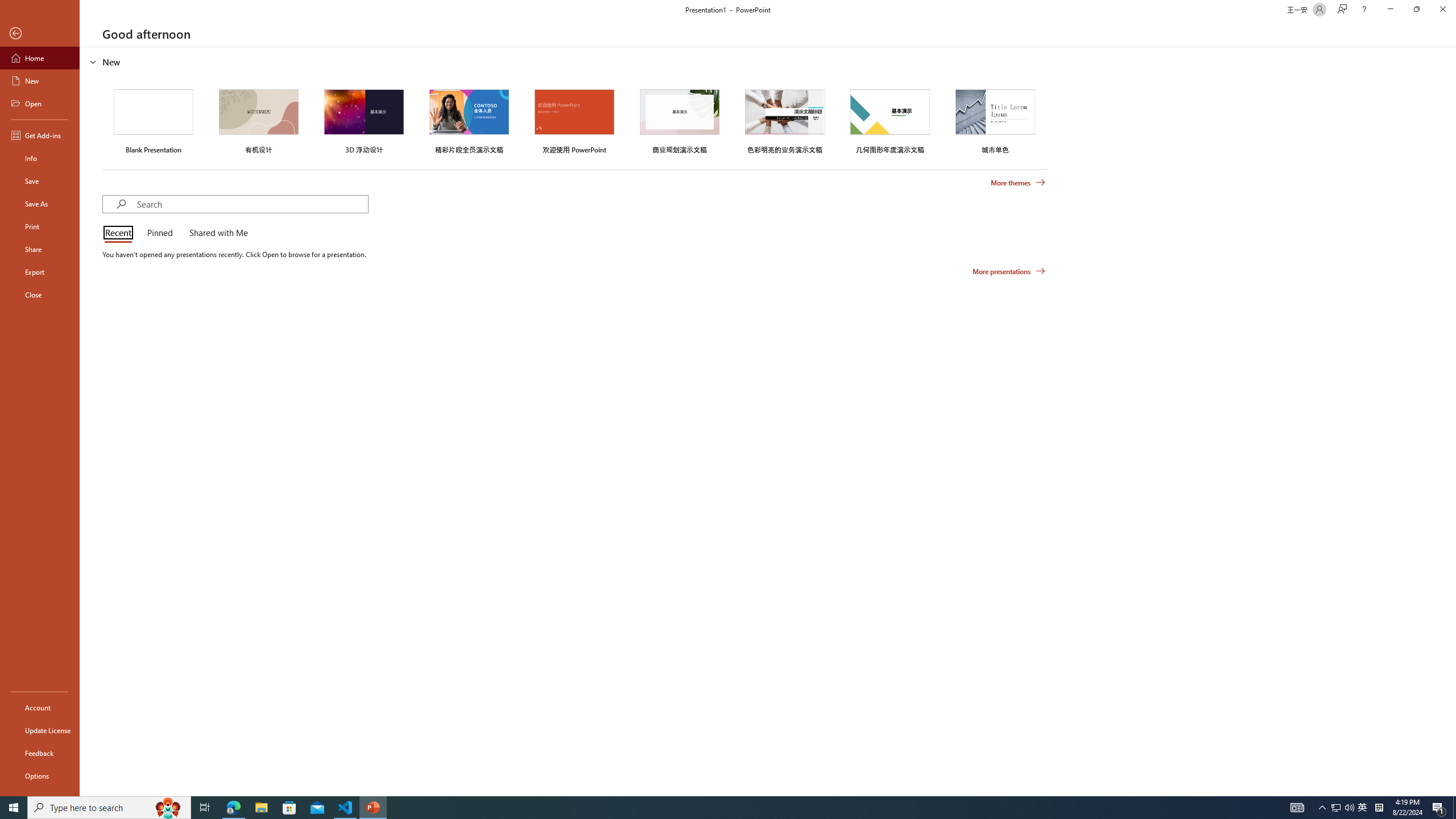 This screenshot has width=1456, height=819. Describe the element at coordinates (39, 180) in the screenshot. I see `'Save'` at that location.